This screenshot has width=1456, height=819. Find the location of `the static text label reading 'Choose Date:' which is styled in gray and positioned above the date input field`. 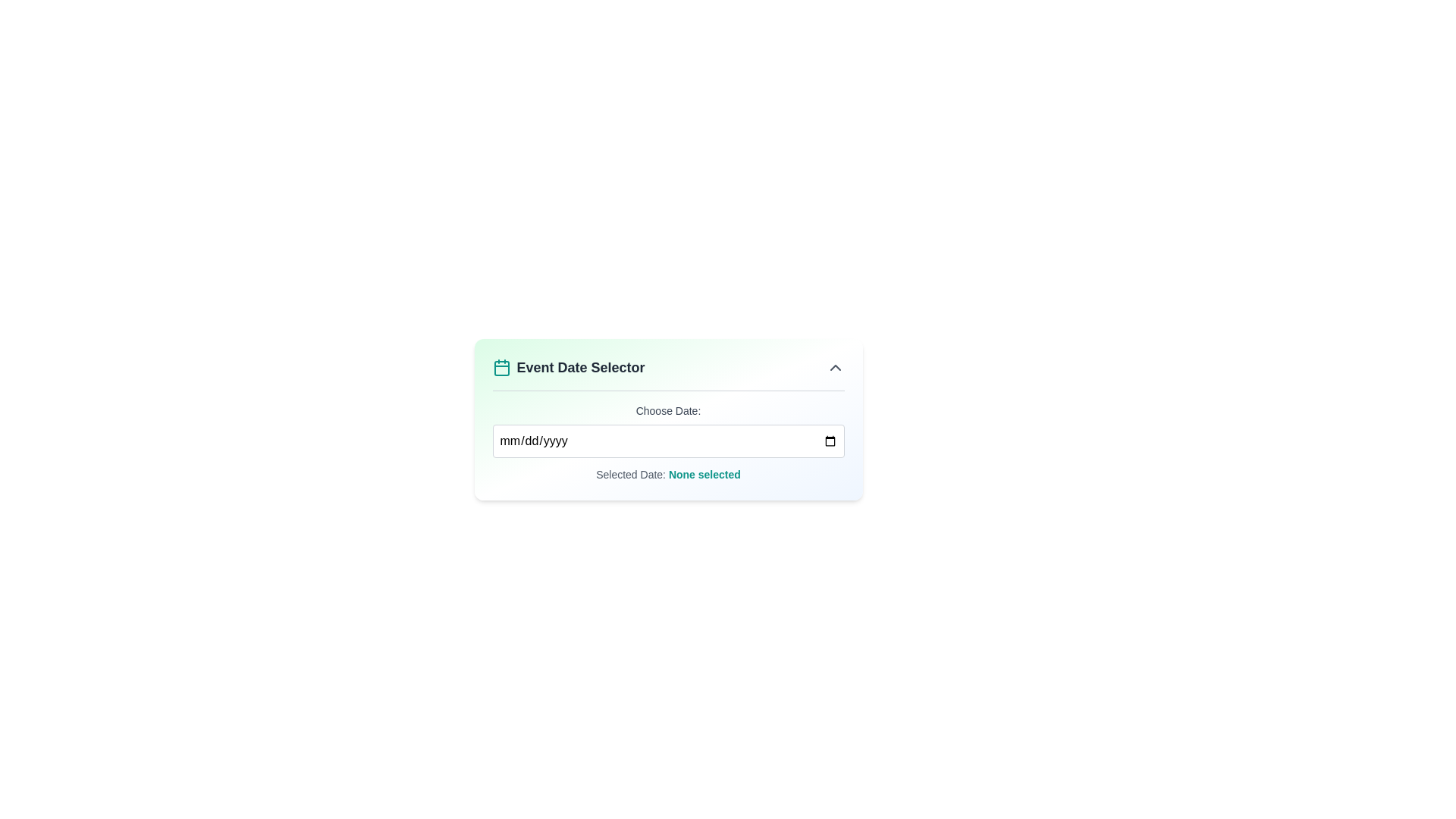

the static text label reading 'Choose Date:' which is styled in gray and positioned above the date input field is located at coordinates (667, 411).